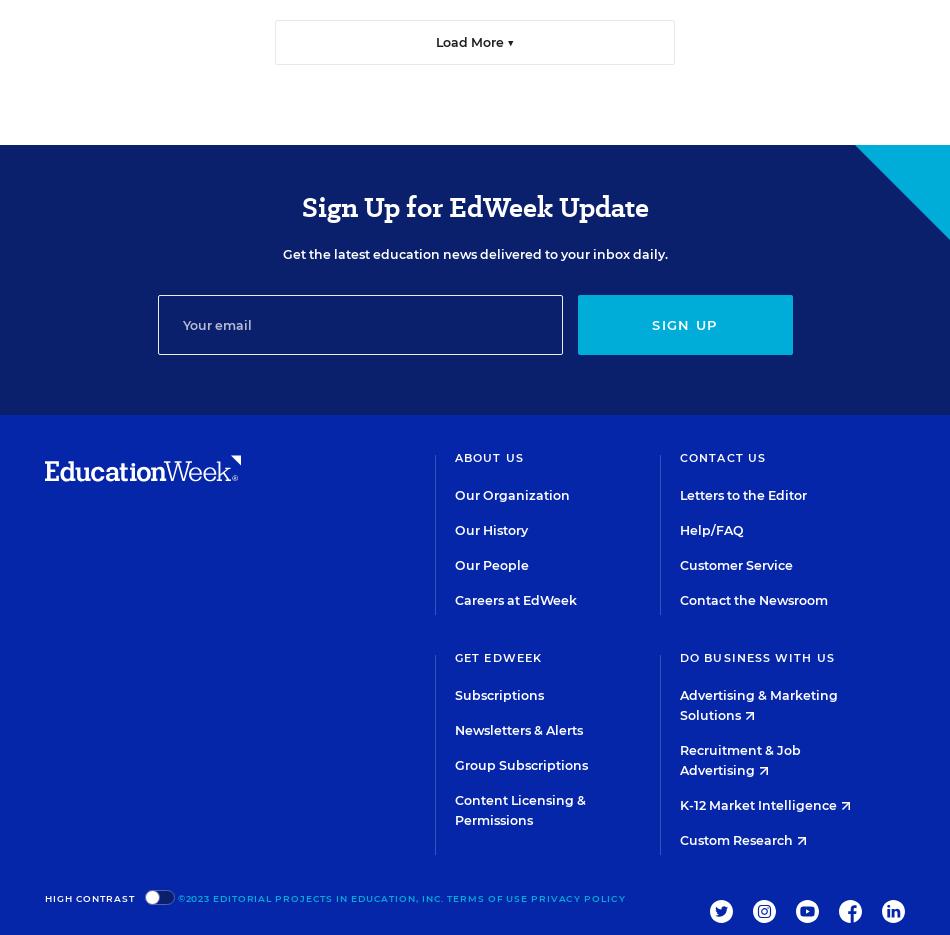 This screenshot has height=935, width=950. What do you see at coordinates (453, 810) in the screenshot?
I see `'Content Licensing & Permissions'` at bounding box center [453, 810].